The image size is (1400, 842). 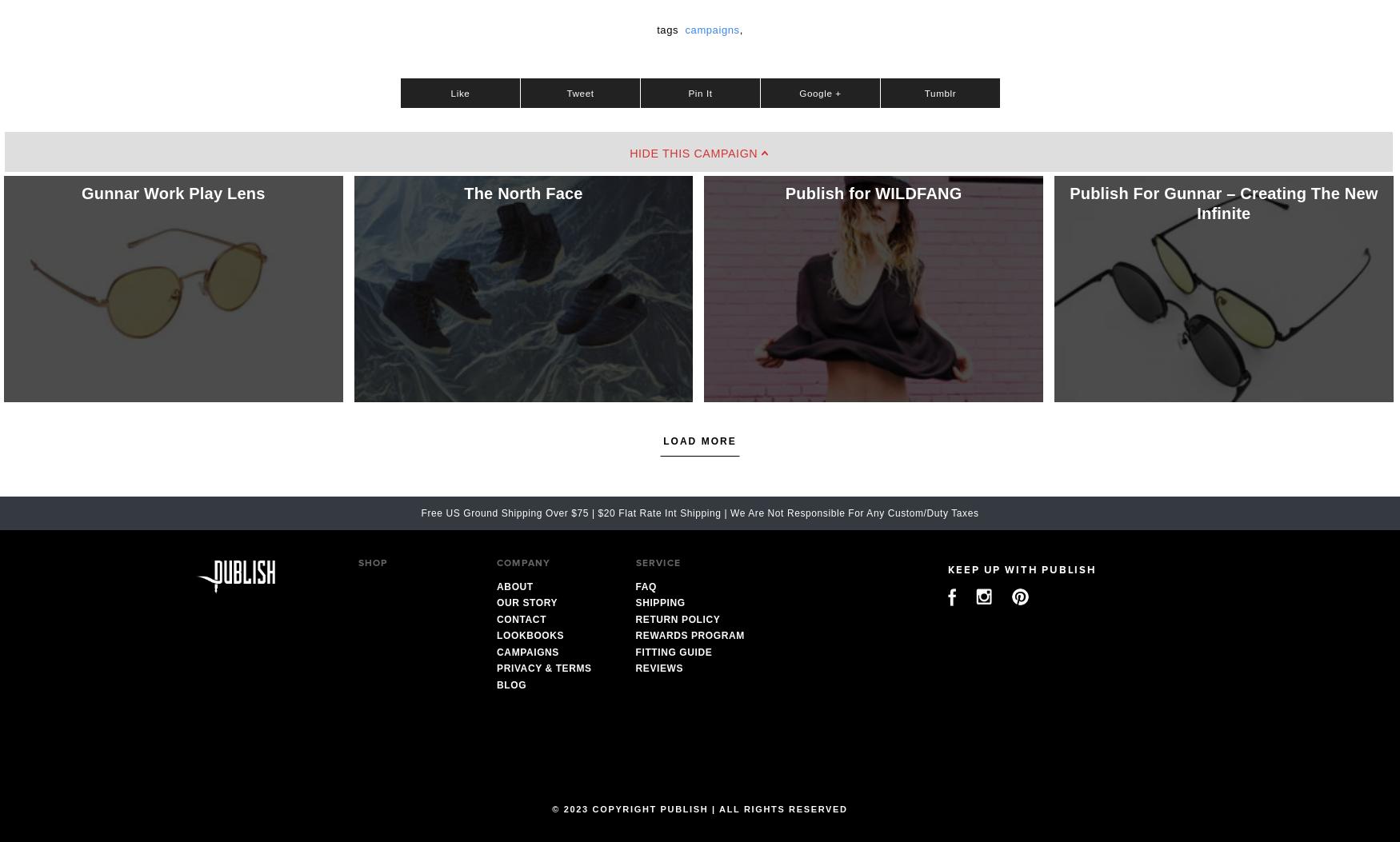 What do you see at coordinates (739, 30) in the screenshot?
I see `','` at bounding box center [739, 30].